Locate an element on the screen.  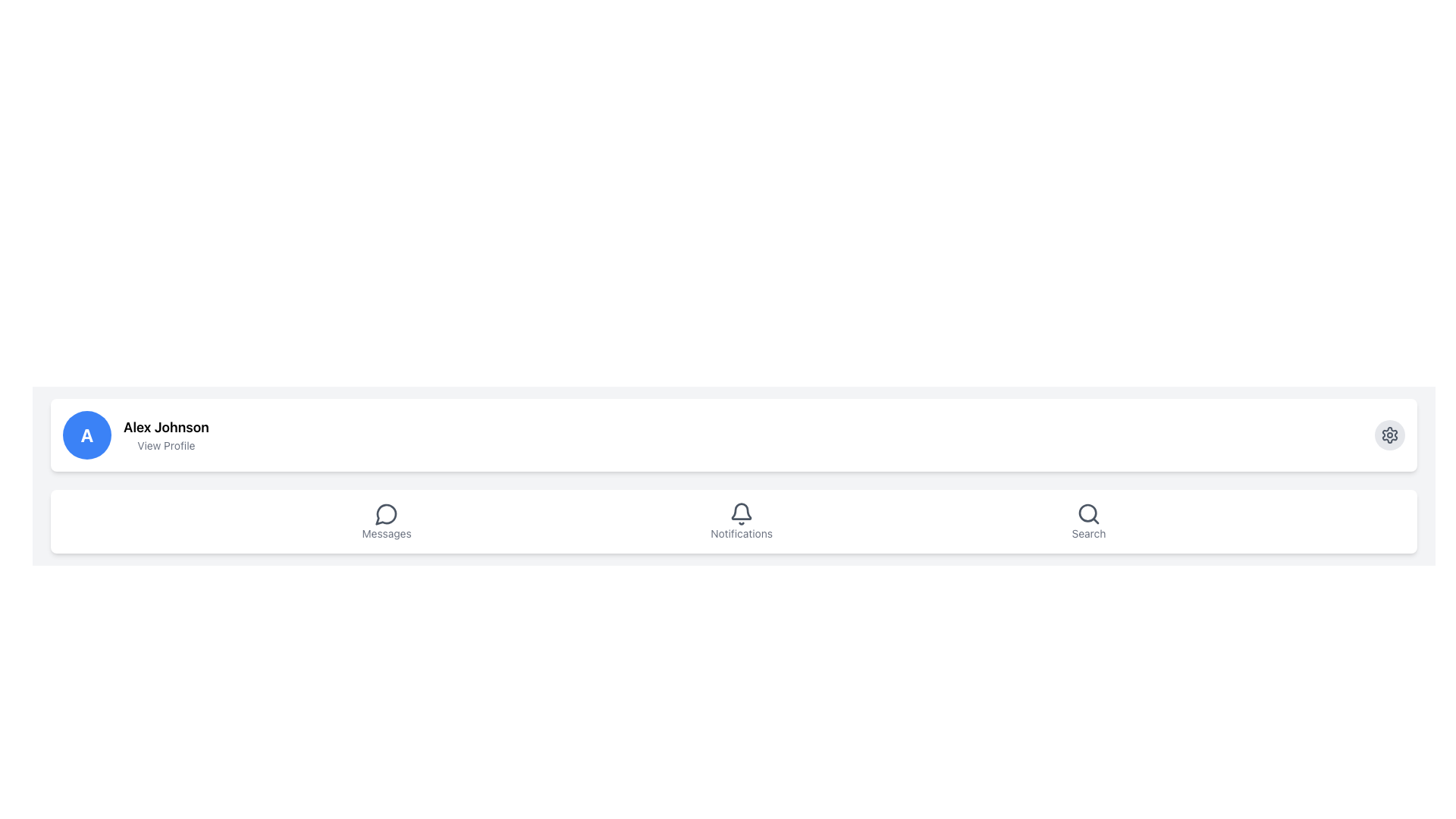
the 'Messages' button, which features a speech bubble icon above the text 'Messages' is located at coordinates (387, 520).